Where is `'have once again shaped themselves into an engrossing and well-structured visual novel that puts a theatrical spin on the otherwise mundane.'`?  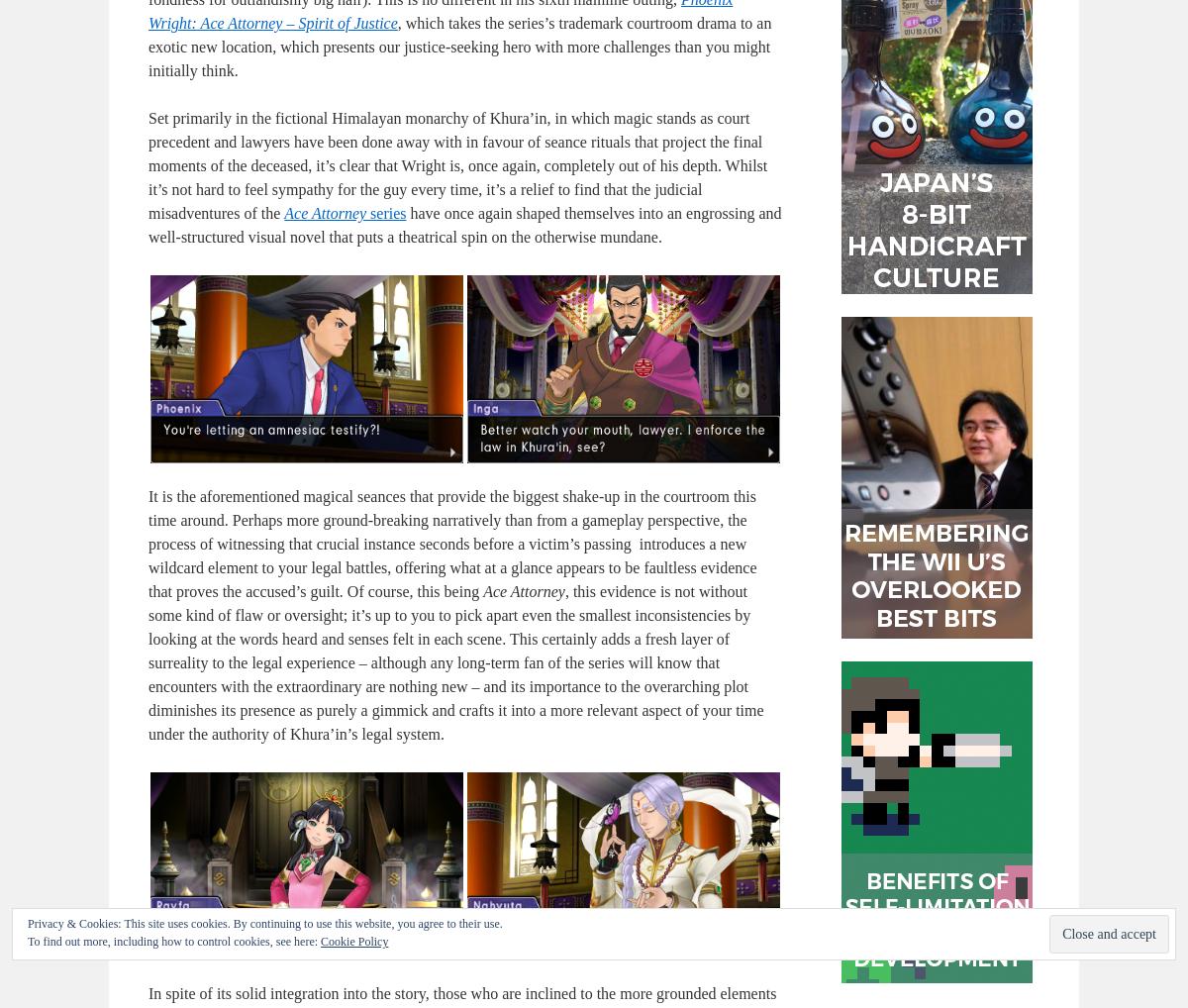
'have once again shaped themselves into an engrossing and well-structured visual novel that puts a theatrical spin on the otherwise mundane.' is located at coordinates (463, 224).